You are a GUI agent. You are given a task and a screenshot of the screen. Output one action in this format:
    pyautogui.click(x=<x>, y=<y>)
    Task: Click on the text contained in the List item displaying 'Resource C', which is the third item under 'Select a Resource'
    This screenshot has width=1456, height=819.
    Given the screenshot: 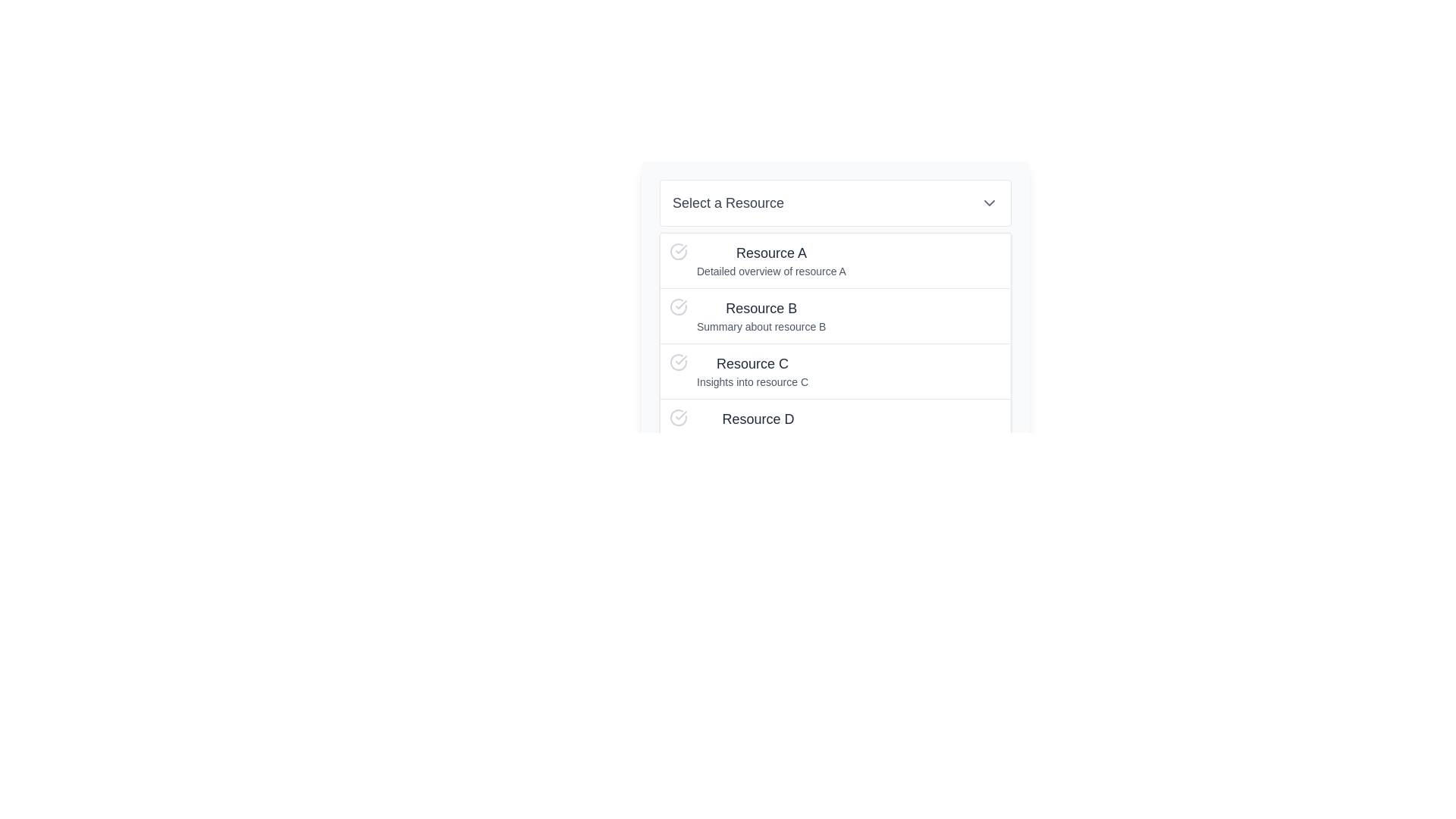 What is the action you would take?
    pyautogui.click(x=752, y=371)
    